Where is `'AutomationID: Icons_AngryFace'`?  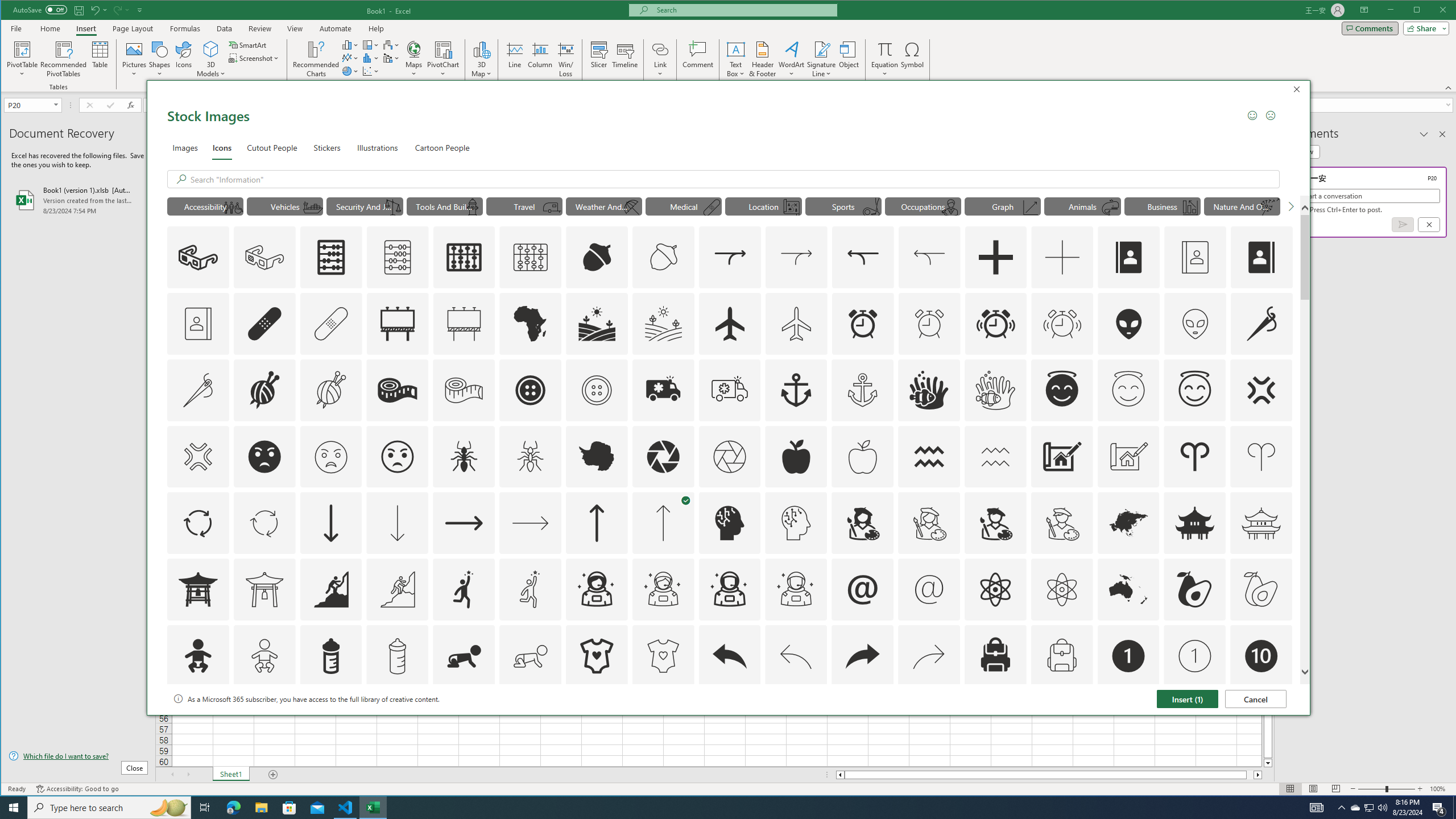 'AutomationID: Icons_AngryFace' is located at coordinates (264, 457).